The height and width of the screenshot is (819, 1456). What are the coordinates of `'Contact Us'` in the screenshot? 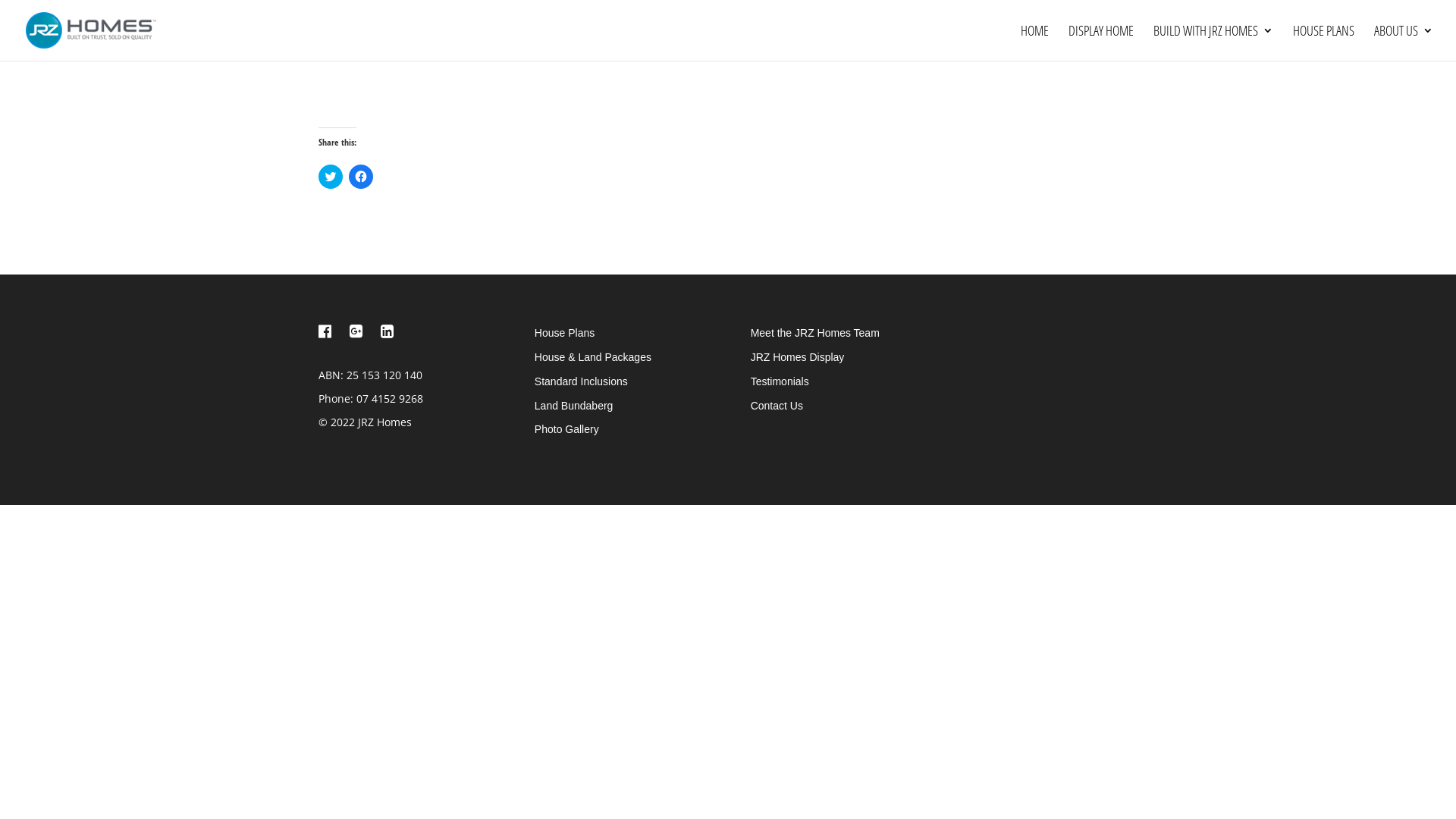 It's located at (777, 405).